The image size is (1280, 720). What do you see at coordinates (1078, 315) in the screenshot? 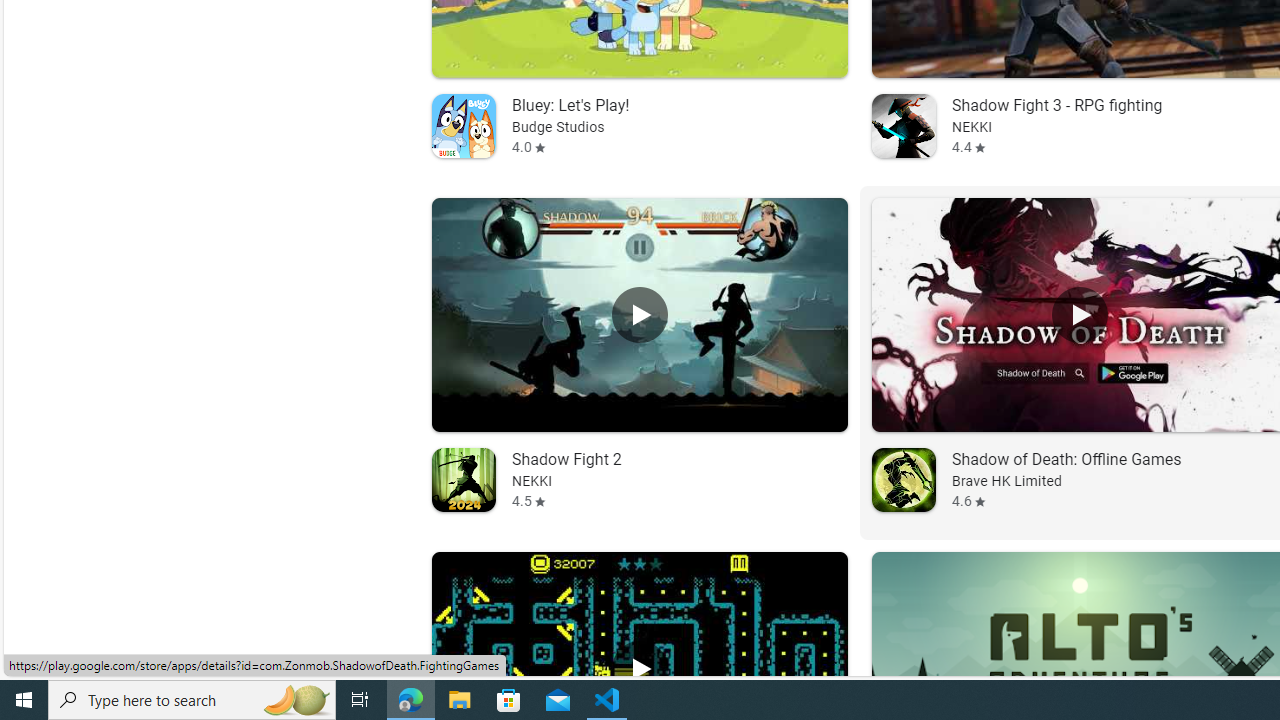
I see `'Play Shadow of Death: Offline Games'` at bounding box center [1078, 315].